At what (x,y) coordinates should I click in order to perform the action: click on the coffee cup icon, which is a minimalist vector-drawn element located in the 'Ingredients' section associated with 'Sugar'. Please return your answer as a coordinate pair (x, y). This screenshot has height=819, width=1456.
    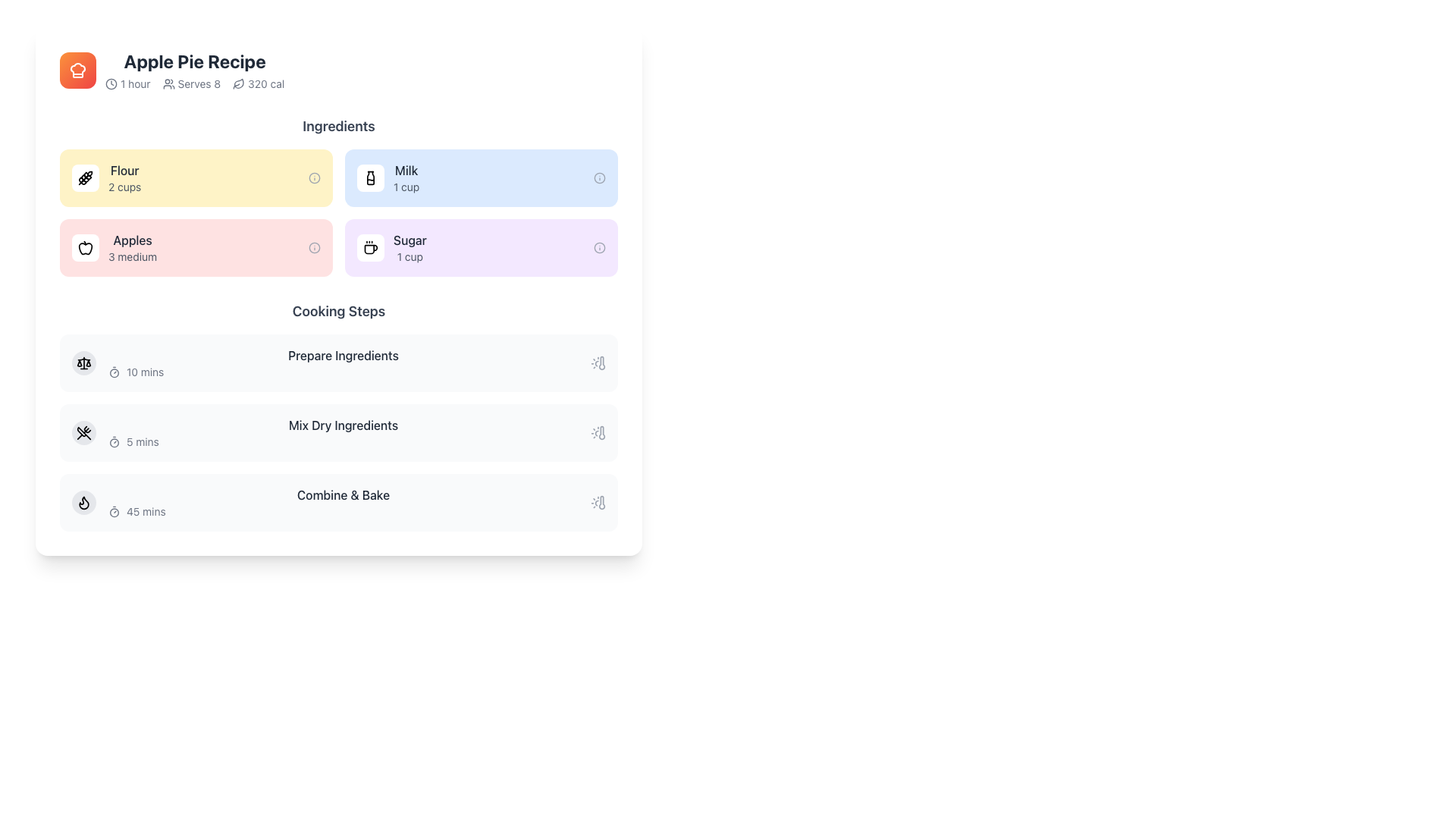
    Looking at the image, I should click on (371, 247).